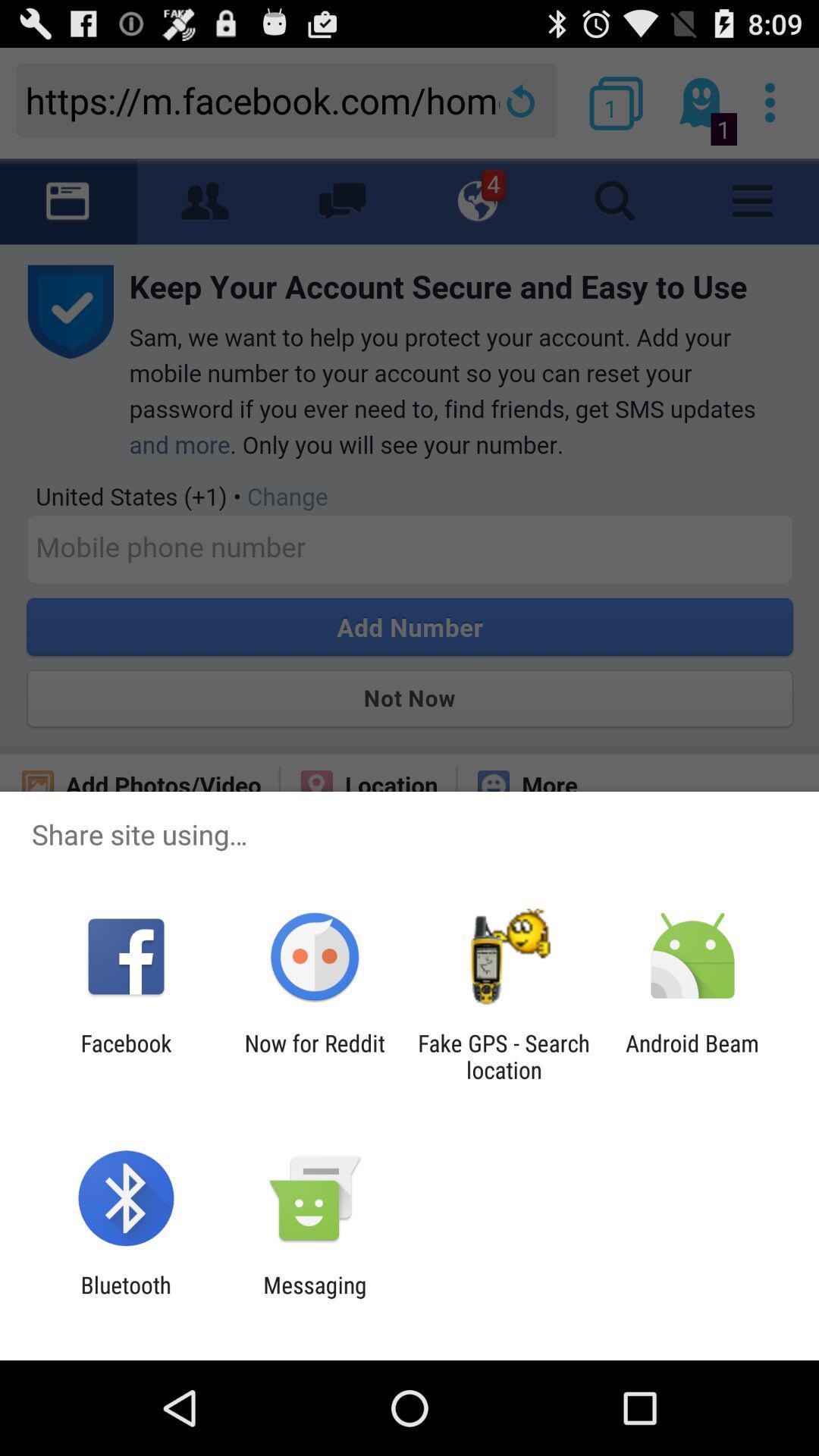 This screenshot has height=1456, width=819. I want to click on the app to the right of the now for reddit icon, so click(504, 1056).